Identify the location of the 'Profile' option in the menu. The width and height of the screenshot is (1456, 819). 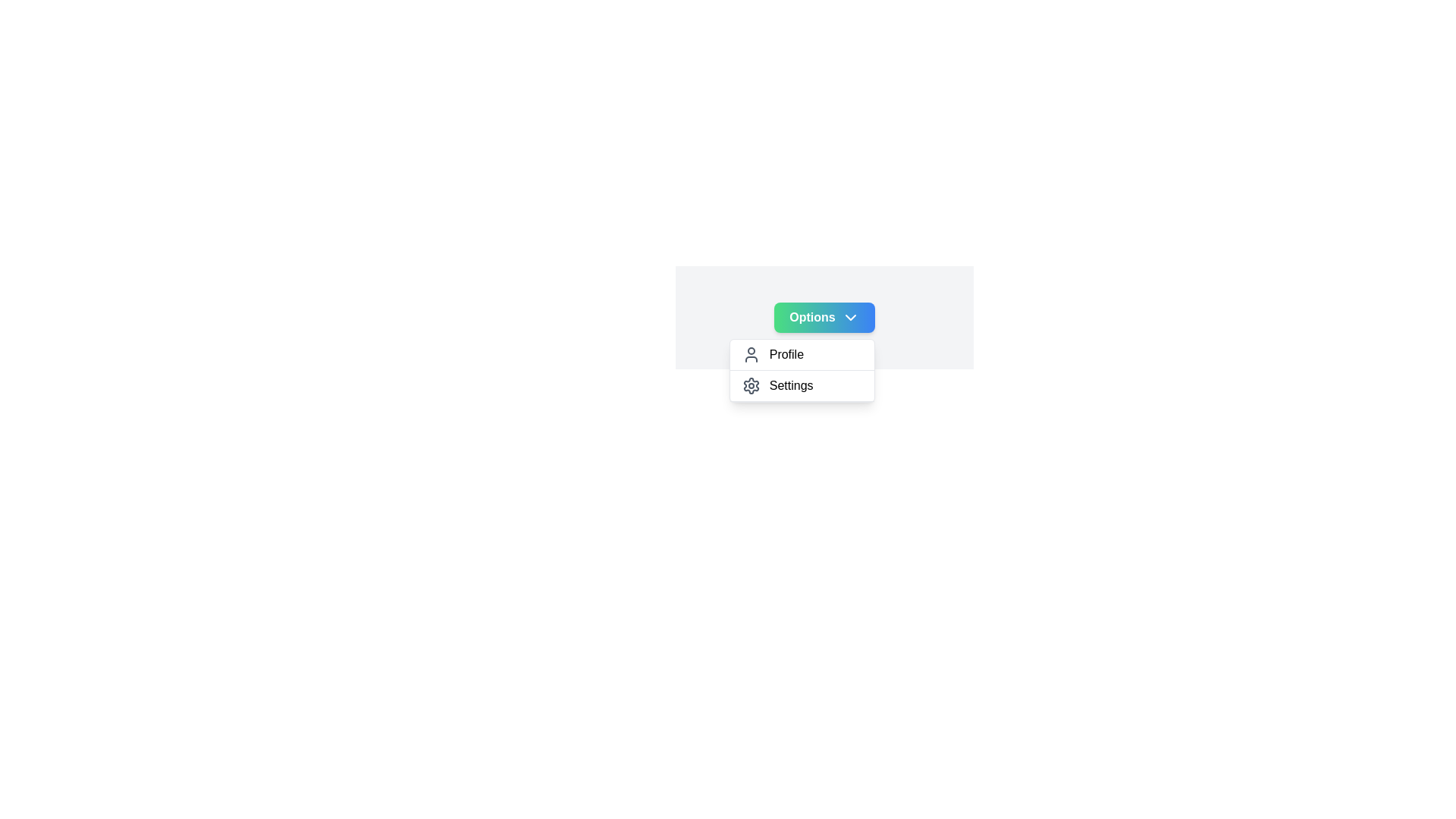
(800, 354).